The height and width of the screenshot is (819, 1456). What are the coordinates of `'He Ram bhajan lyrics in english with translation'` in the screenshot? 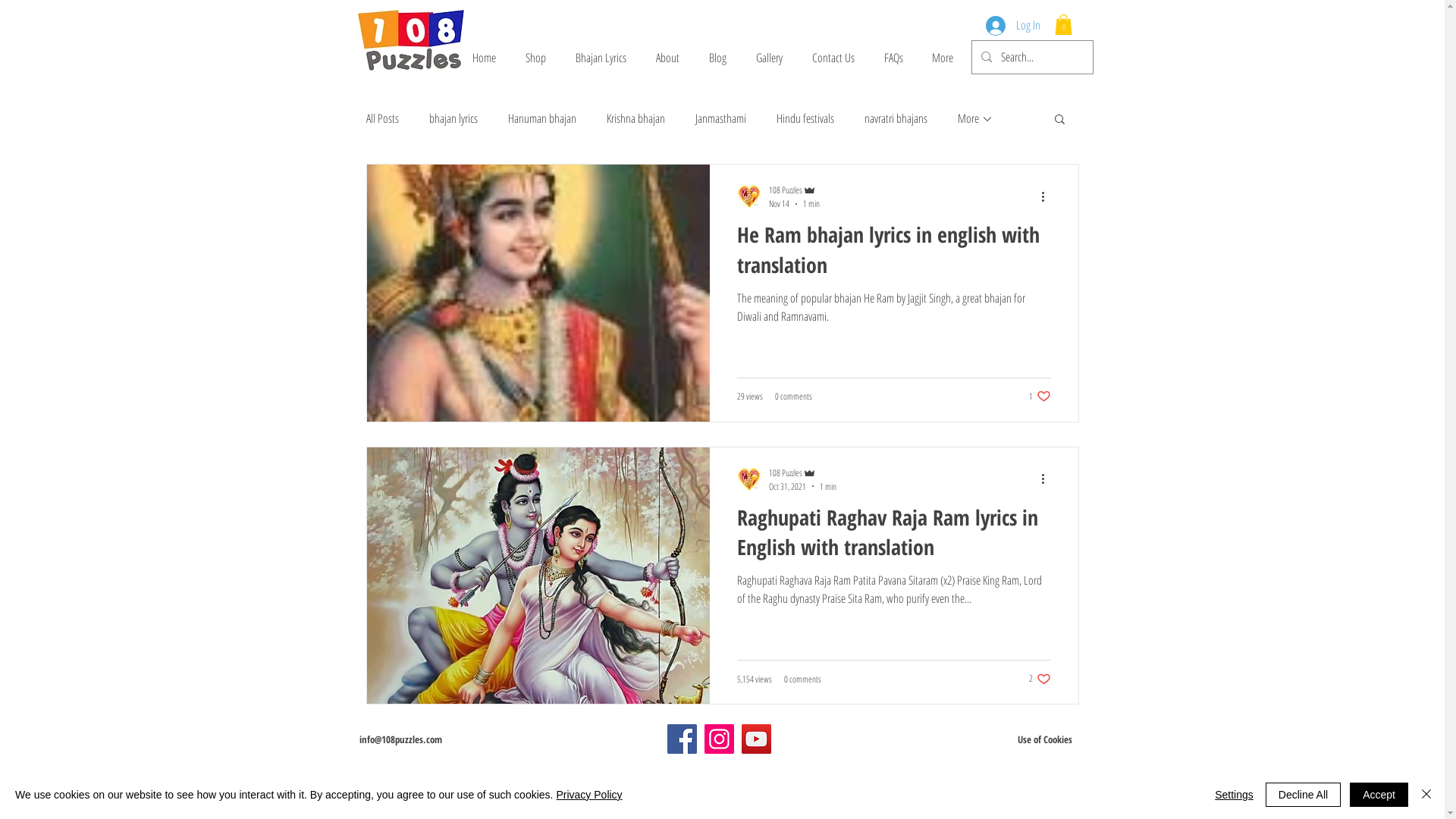 It's located at (894, 253).